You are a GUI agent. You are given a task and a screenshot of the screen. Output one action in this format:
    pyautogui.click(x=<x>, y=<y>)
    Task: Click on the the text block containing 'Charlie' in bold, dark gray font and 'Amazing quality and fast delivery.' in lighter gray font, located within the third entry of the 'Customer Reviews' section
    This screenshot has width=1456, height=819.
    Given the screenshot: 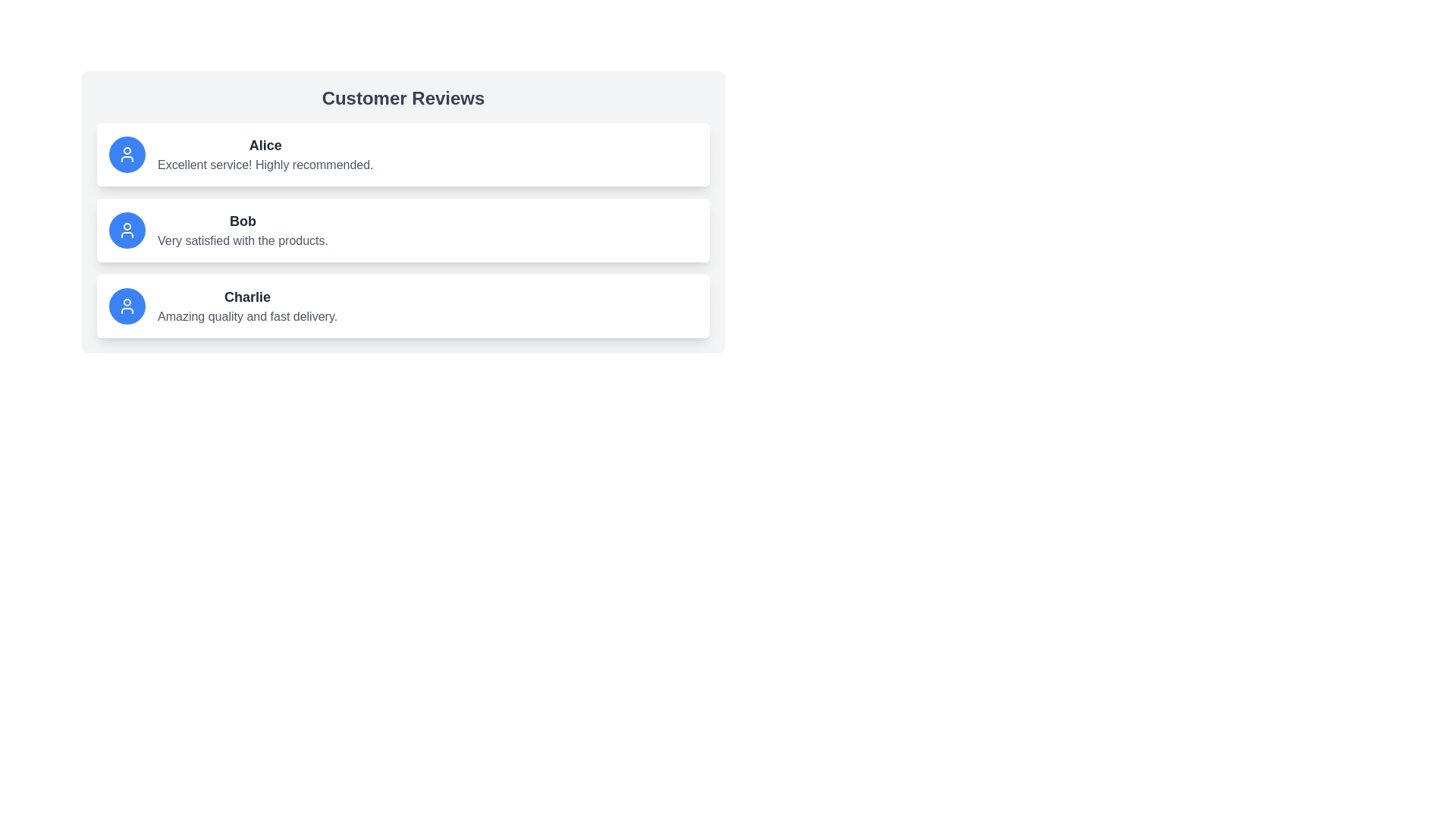 What is the action you would take?
    pyautogui.click(x=247, y=306)
    